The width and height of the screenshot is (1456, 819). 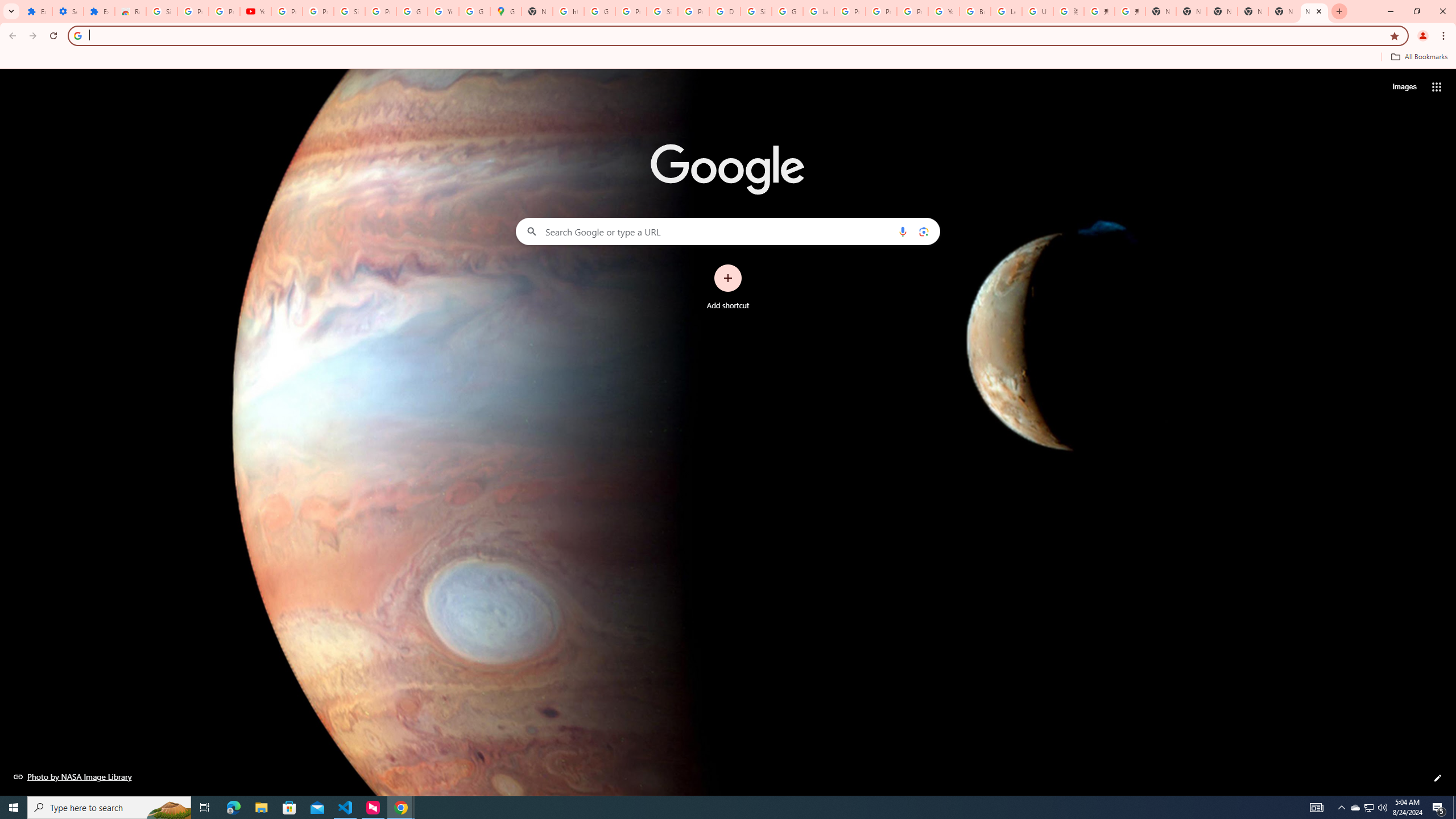 What do you see at coordinates (130, 11) in the screenshot?
I see `'Reviews: Helix Fruit Jump Arcade Game'` at bounding box center [130, 11].